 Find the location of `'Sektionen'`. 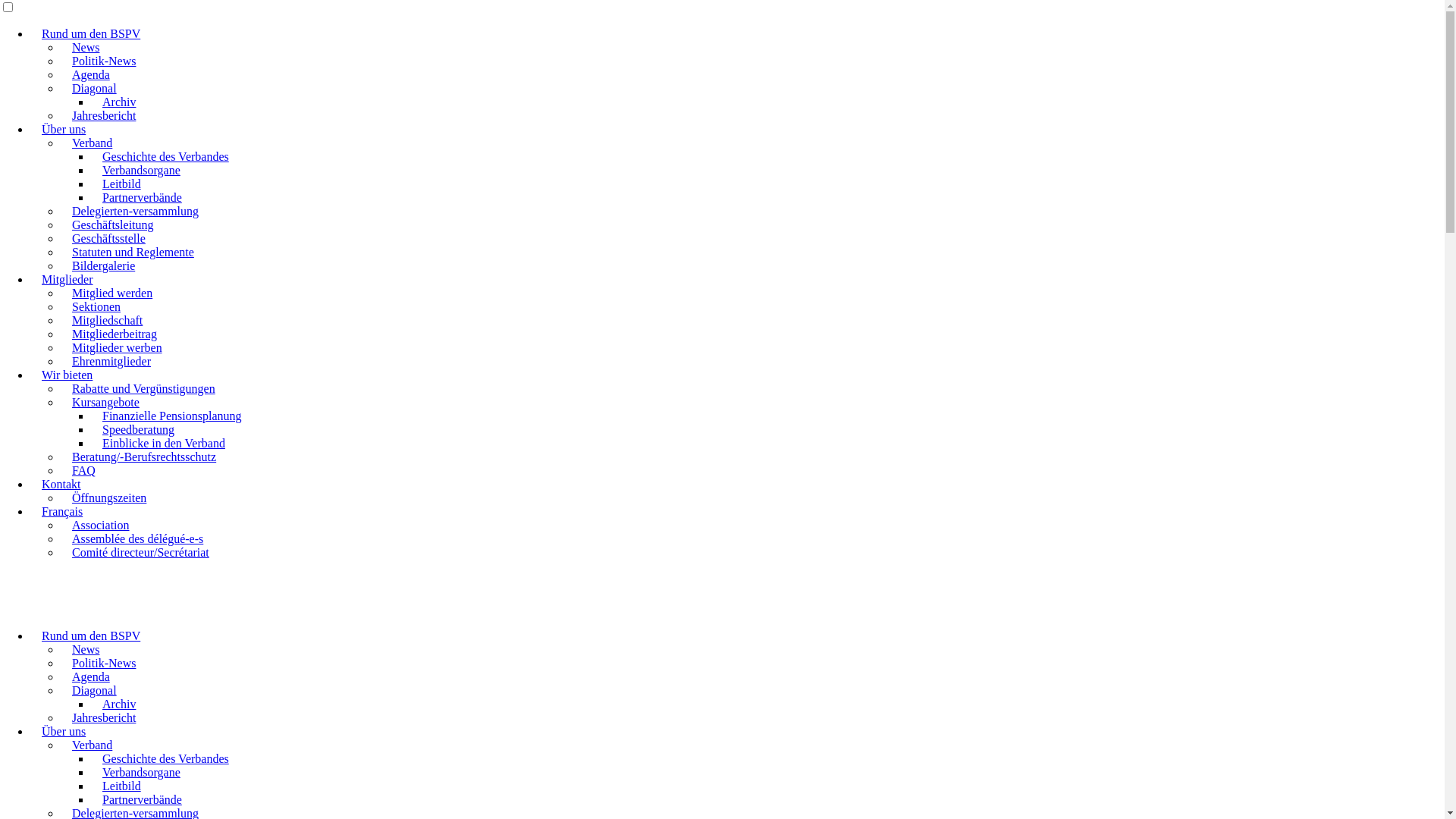

'Sektionen' is located at coordinates (95, 306).